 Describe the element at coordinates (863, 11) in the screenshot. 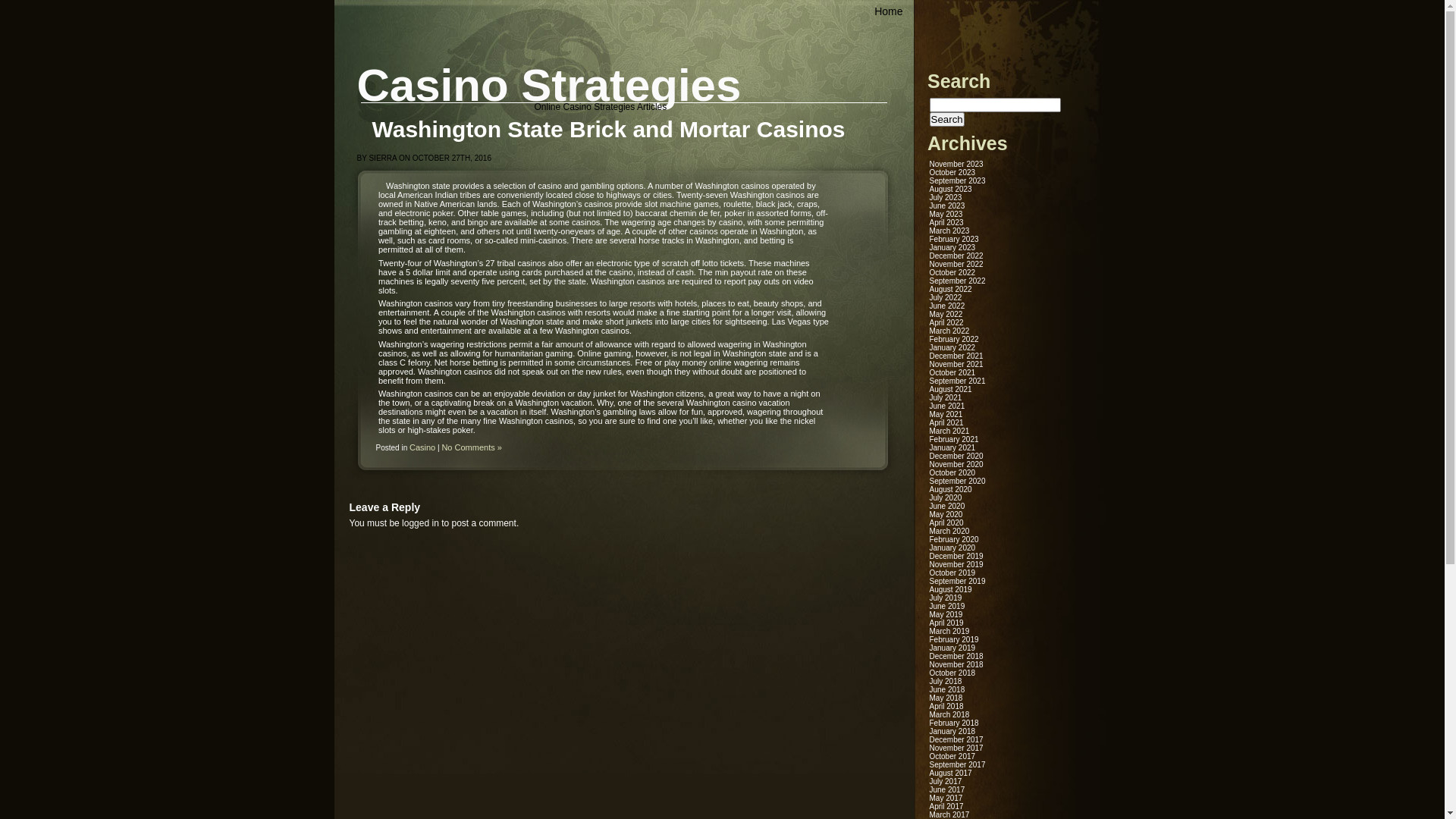

I see `'Home'` at that location.